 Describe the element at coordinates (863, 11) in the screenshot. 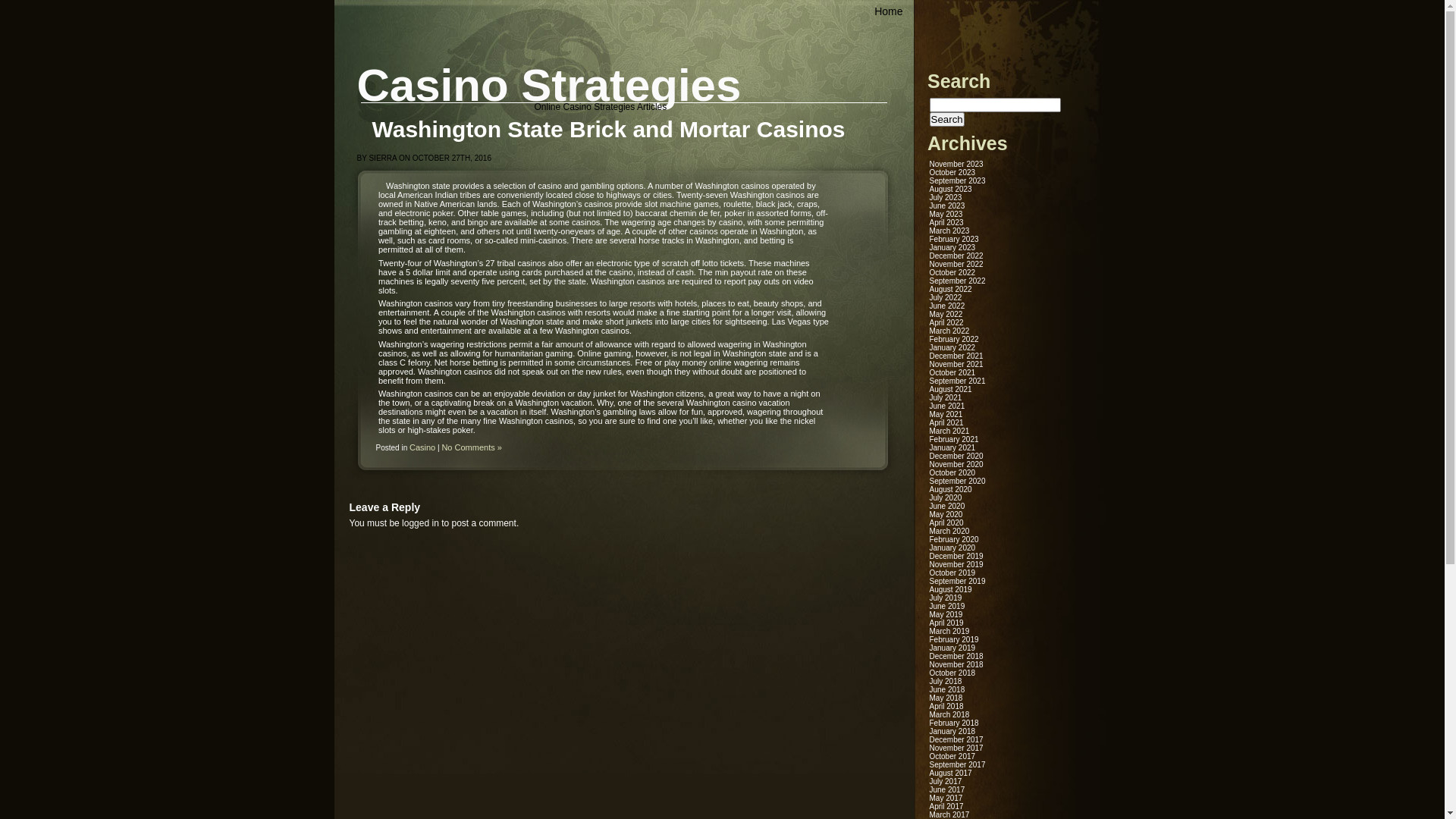

I see `'Home'` at that location.